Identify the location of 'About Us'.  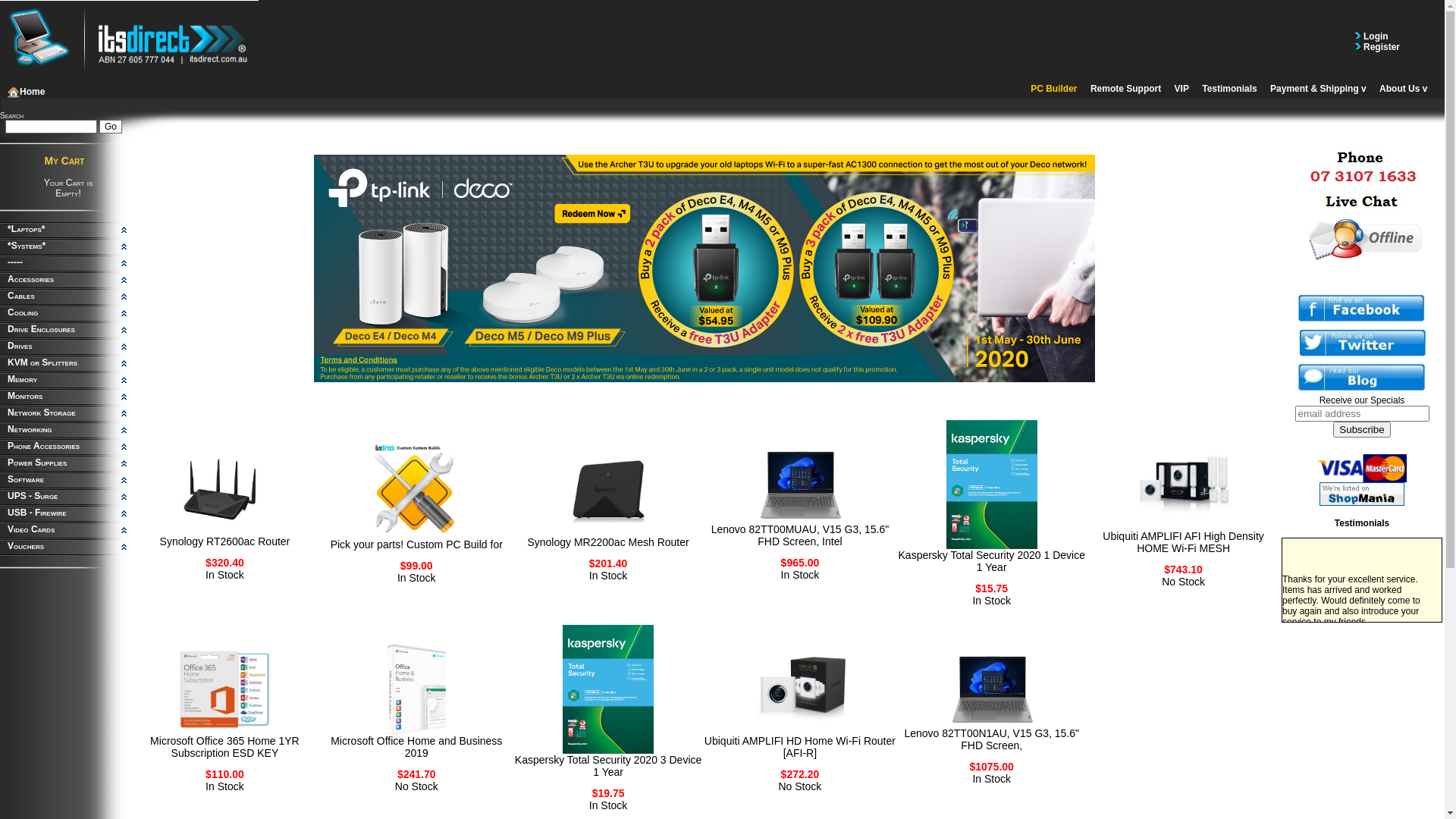
(1373, 88).